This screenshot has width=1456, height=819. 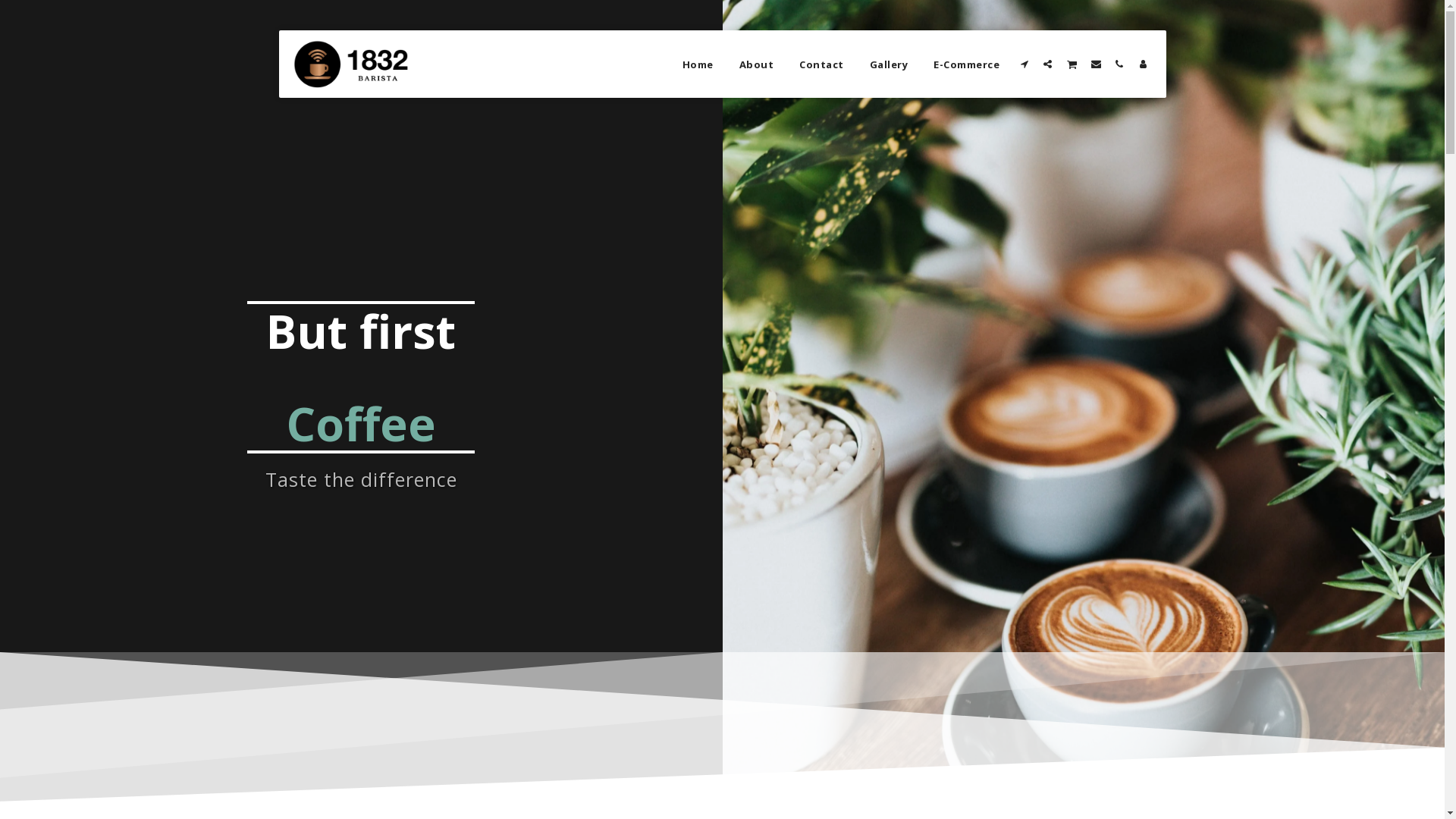 What do you see at coordinates (821, 63) in the screenshot?
I see `'Contact'` at bounding box center [821, 63].